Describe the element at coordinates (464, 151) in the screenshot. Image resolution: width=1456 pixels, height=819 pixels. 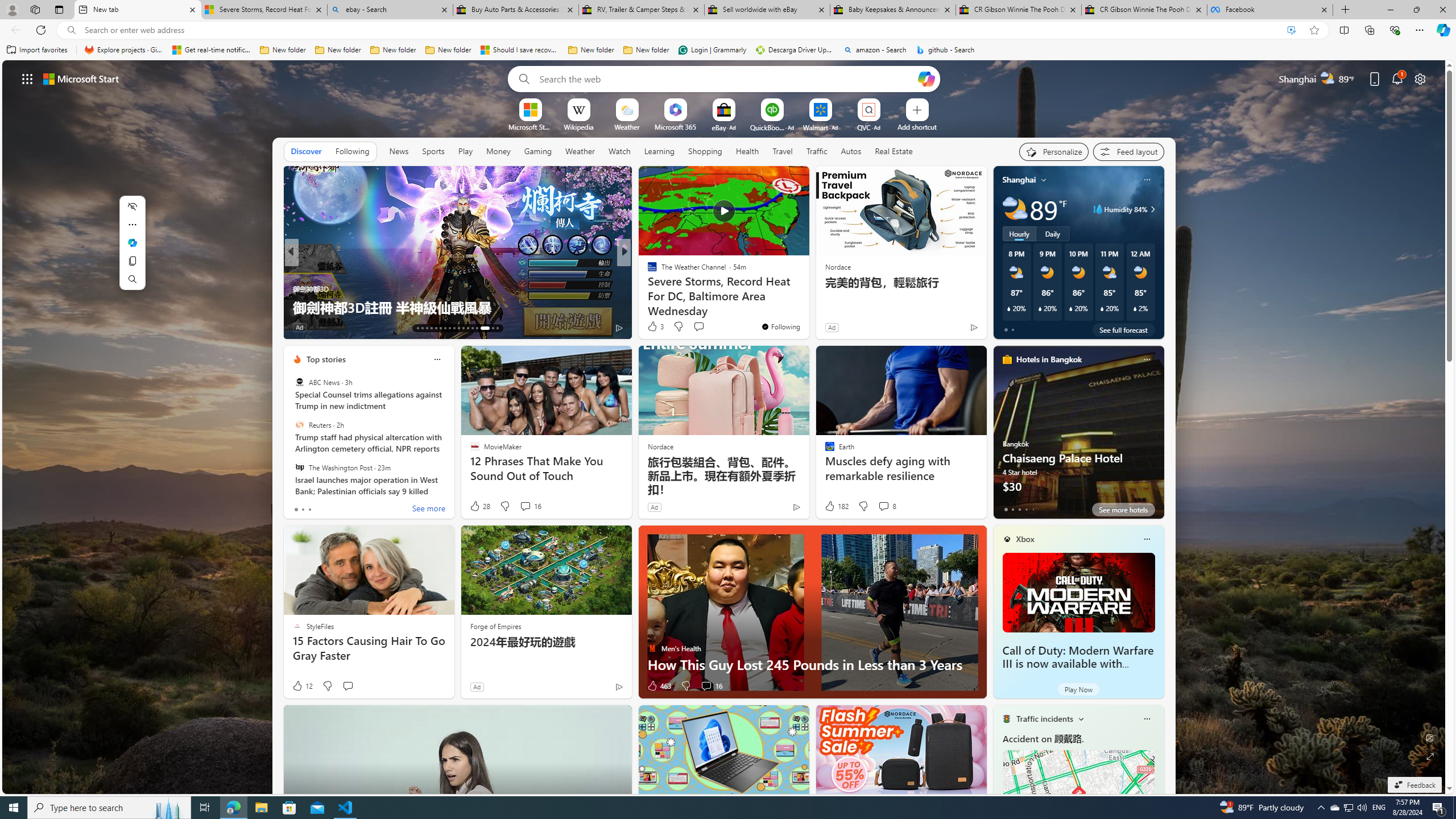
I see `'Play'` at that location.